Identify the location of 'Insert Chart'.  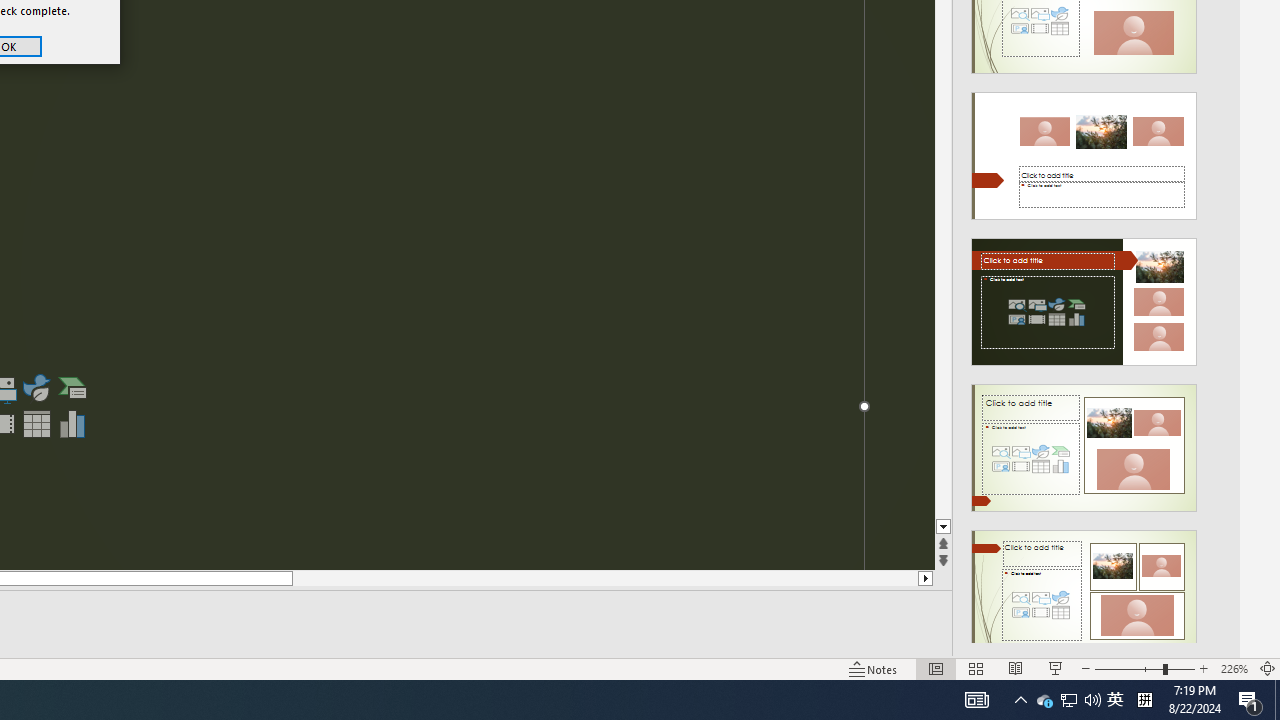
(73, 423).